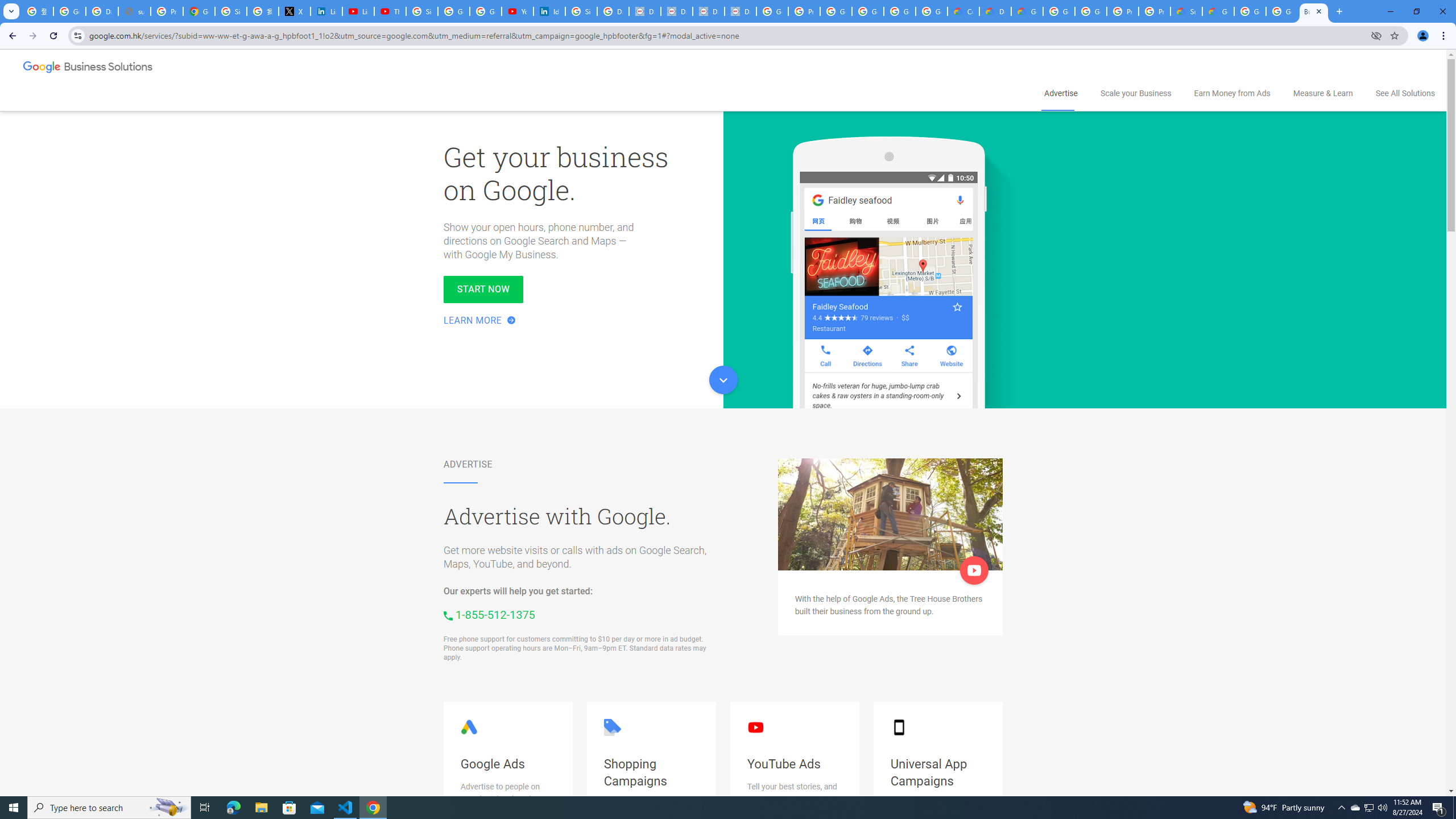  Describe the element at coordinates (1060, 93) in the screenshot. I see `'Advertise'` at that location.